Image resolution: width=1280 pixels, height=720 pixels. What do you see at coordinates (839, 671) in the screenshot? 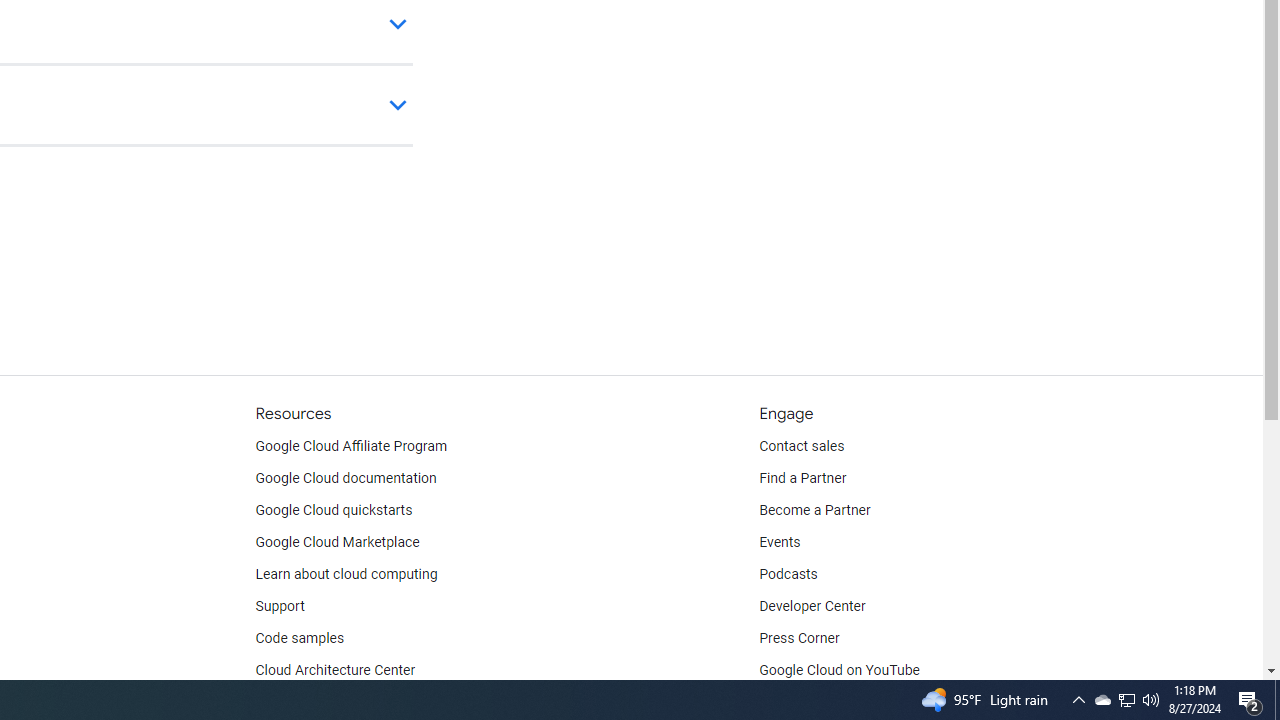
I see `'Google Cloud on YouTube'` at bounding box center [839, 671].